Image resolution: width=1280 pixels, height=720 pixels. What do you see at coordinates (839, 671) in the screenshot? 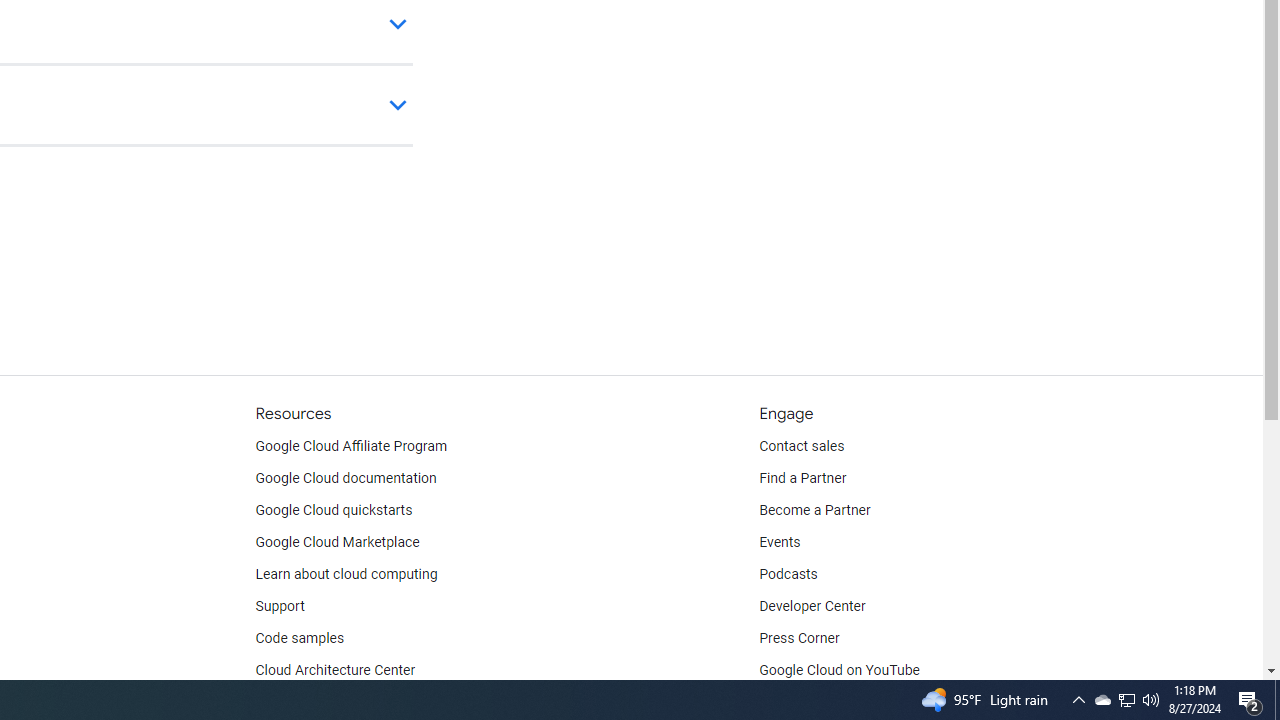
I see `'Google Cloud on YouTube'` at bounding box center [839, 671].